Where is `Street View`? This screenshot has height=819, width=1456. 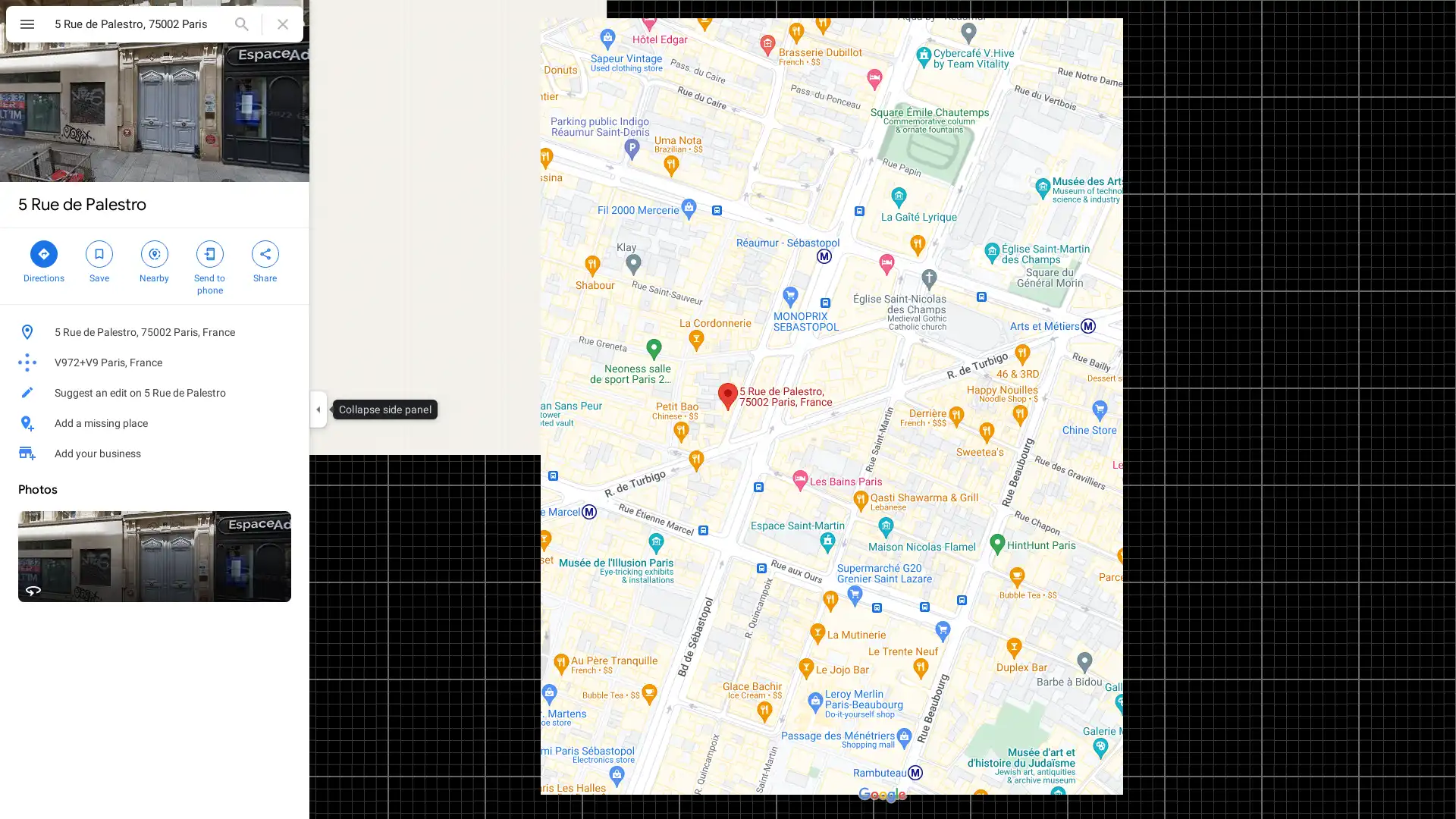
Street View is located at coordinates (155, 556).